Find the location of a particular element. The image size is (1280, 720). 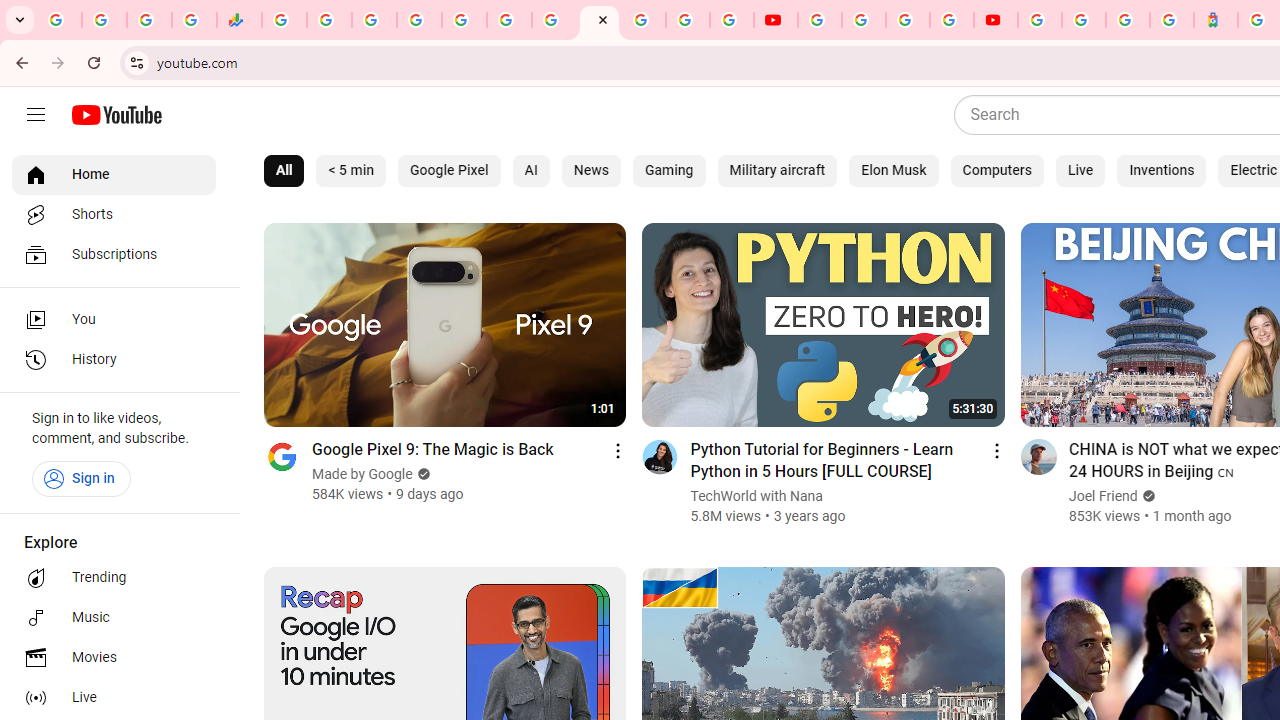

'History' is located at coordinates (112, 360).